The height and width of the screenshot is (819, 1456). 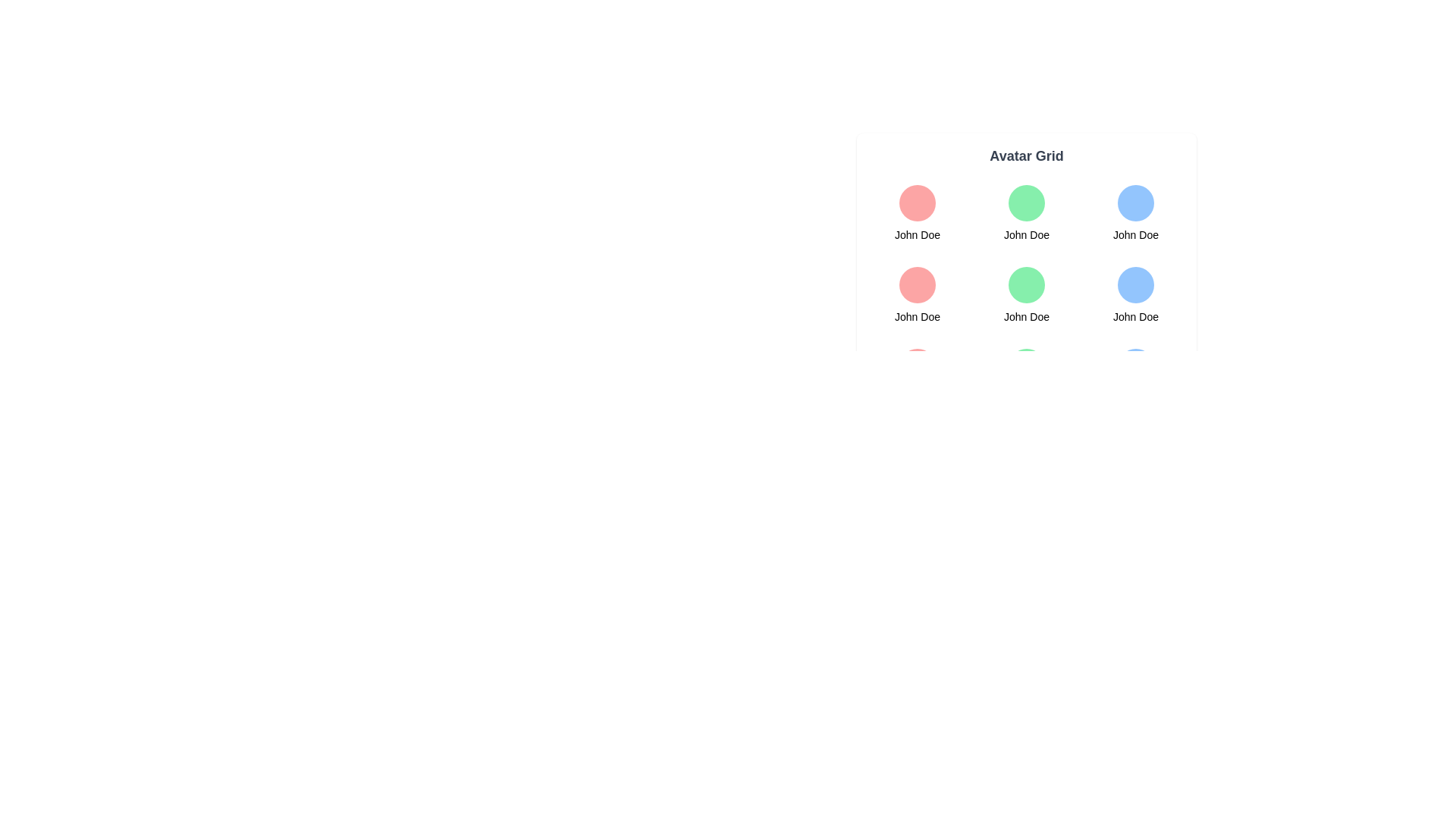 What do you see at coordinates (1026, 284) in the screenshot?
I see `the circular avatar located in the middle row of the grid, the second item from the left` at bounding box center [1026, 284].